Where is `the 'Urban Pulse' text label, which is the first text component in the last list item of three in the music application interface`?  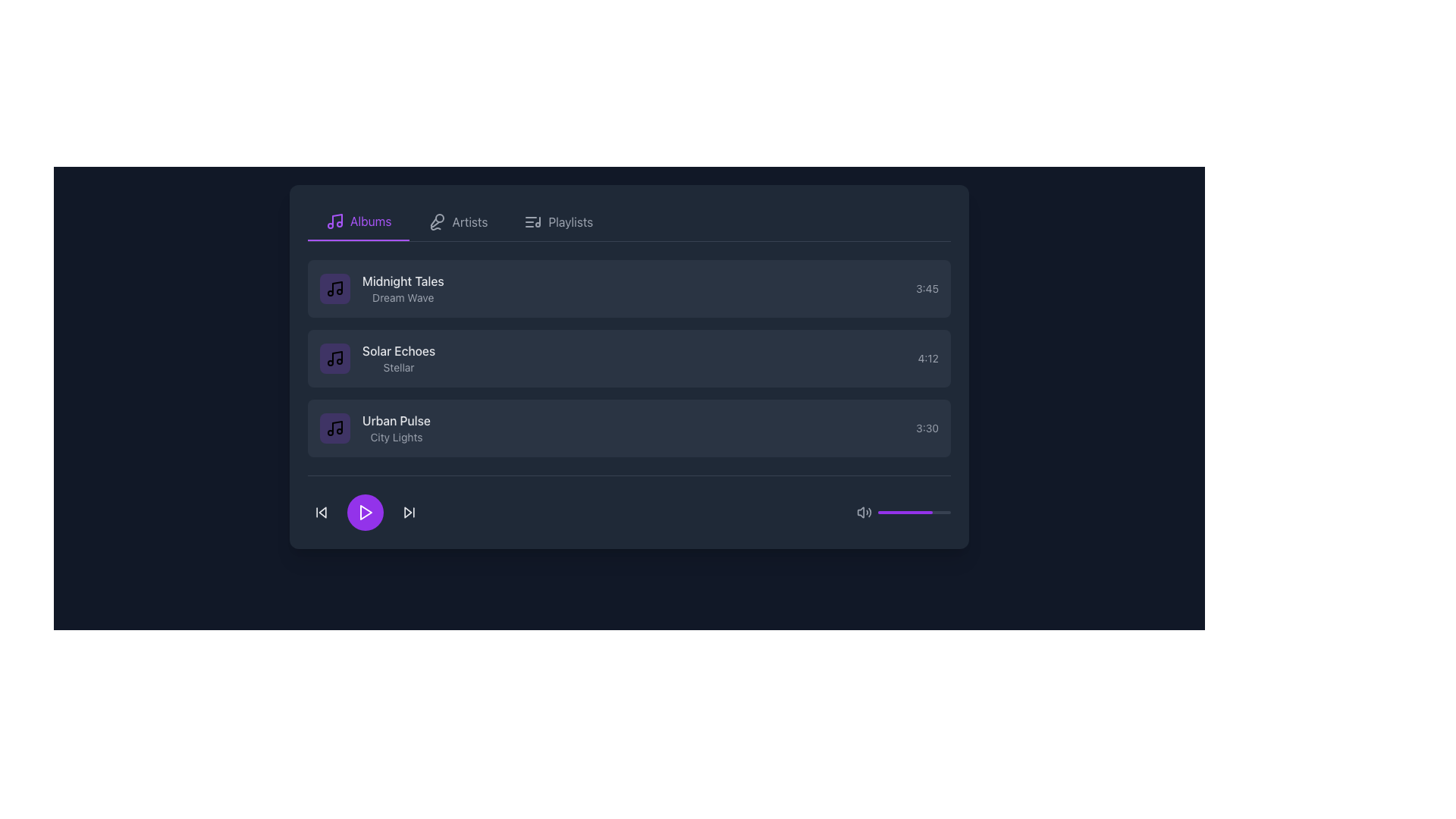
the 'Urban Pulse' text label, which is the first text component in the last list item of three in the music application interface is located at coordinates (397, 421).